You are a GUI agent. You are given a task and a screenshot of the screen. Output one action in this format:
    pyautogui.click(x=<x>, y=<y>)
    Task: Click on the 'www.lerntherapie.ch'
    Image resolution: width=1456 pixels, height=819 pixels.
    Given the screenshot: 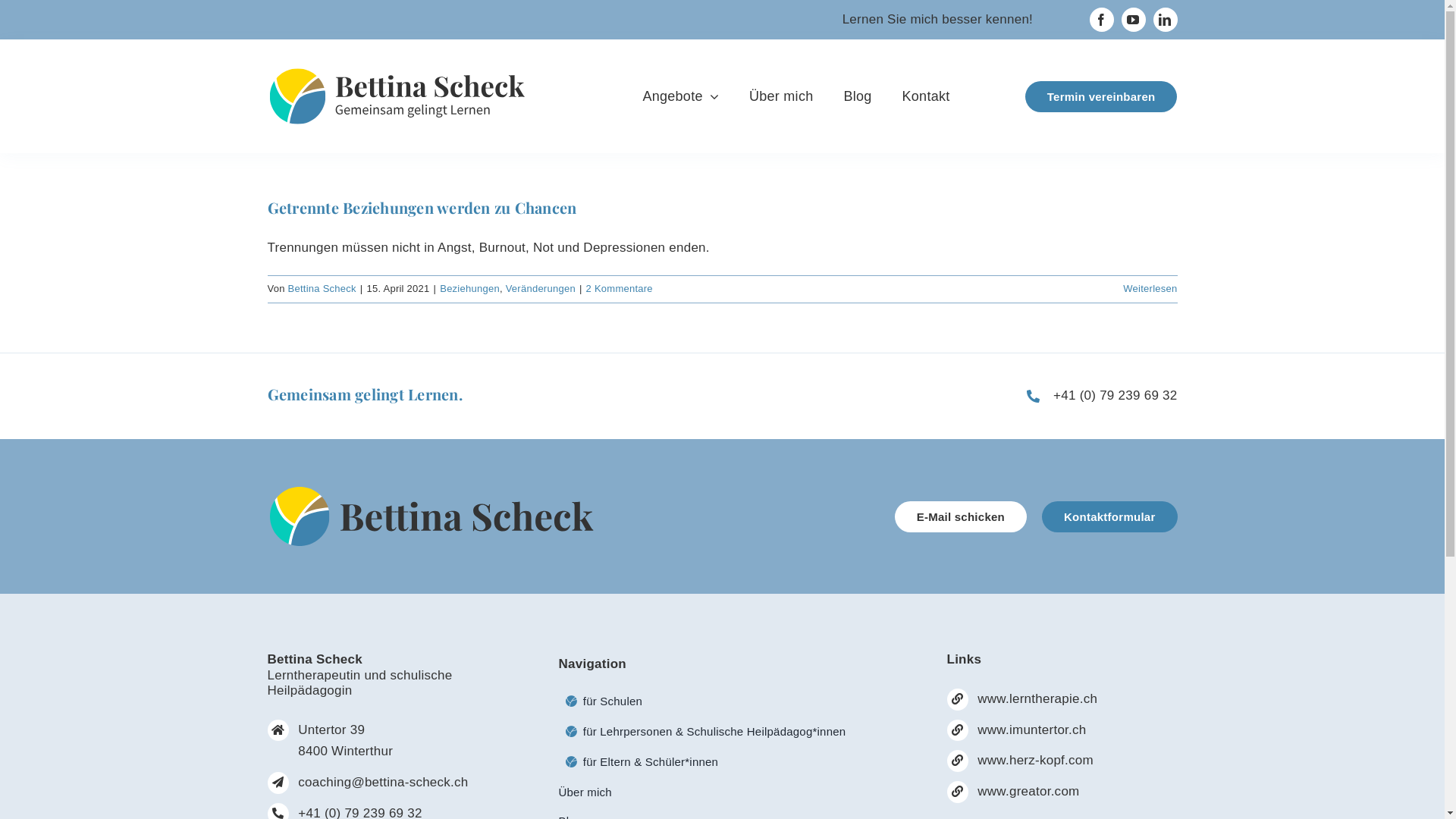 What is the action you would take?
    pyautogui.click(x=1037, y=698)
    